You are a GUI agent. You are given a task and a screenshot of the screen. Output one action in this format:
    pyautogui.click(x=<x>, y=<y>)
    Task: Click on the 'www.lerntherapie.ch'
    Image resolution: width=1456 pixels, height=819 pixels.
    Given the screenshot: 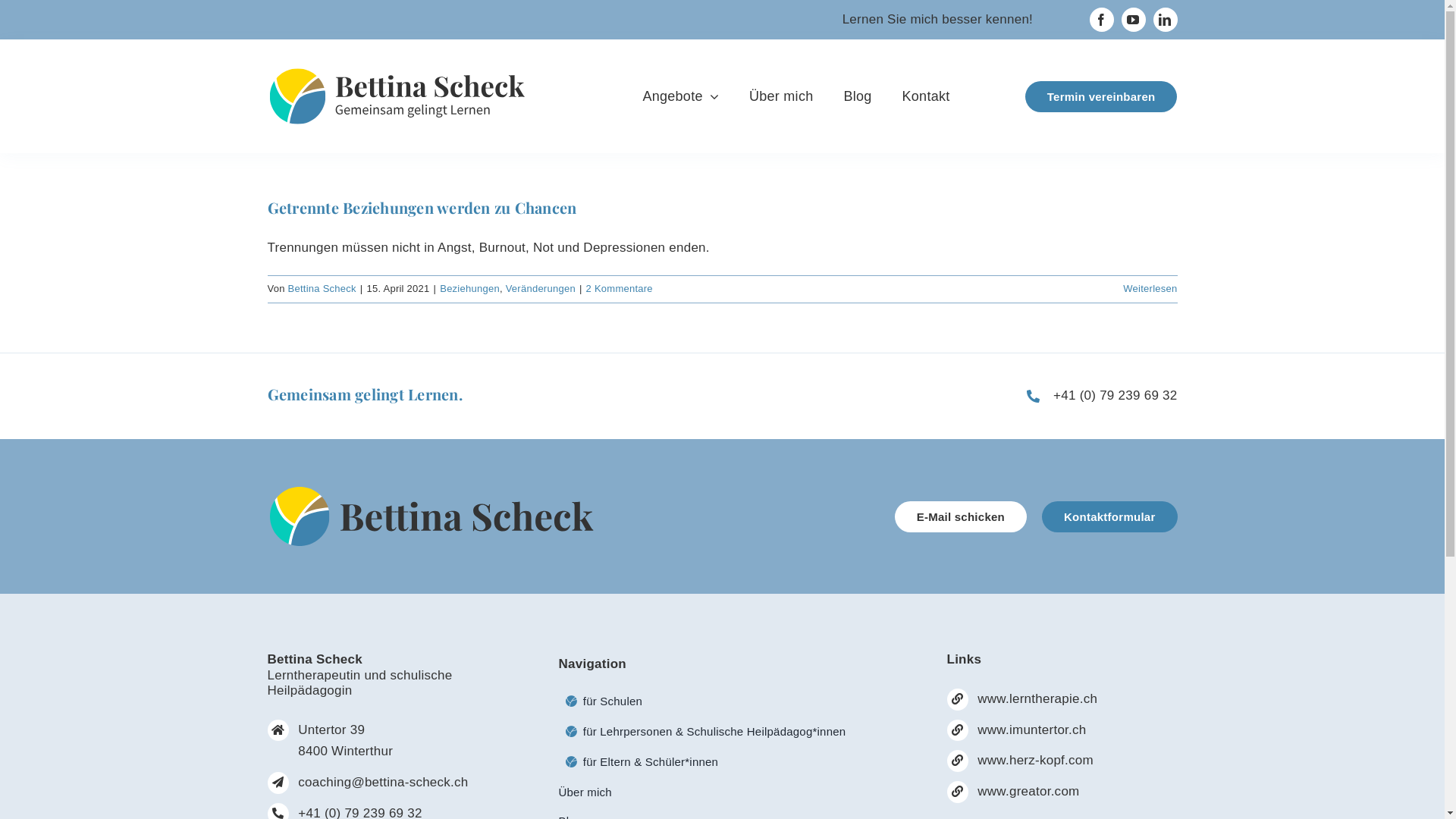 What is the action you would take?
    pyautogui.click(x=1037, y=698)
    